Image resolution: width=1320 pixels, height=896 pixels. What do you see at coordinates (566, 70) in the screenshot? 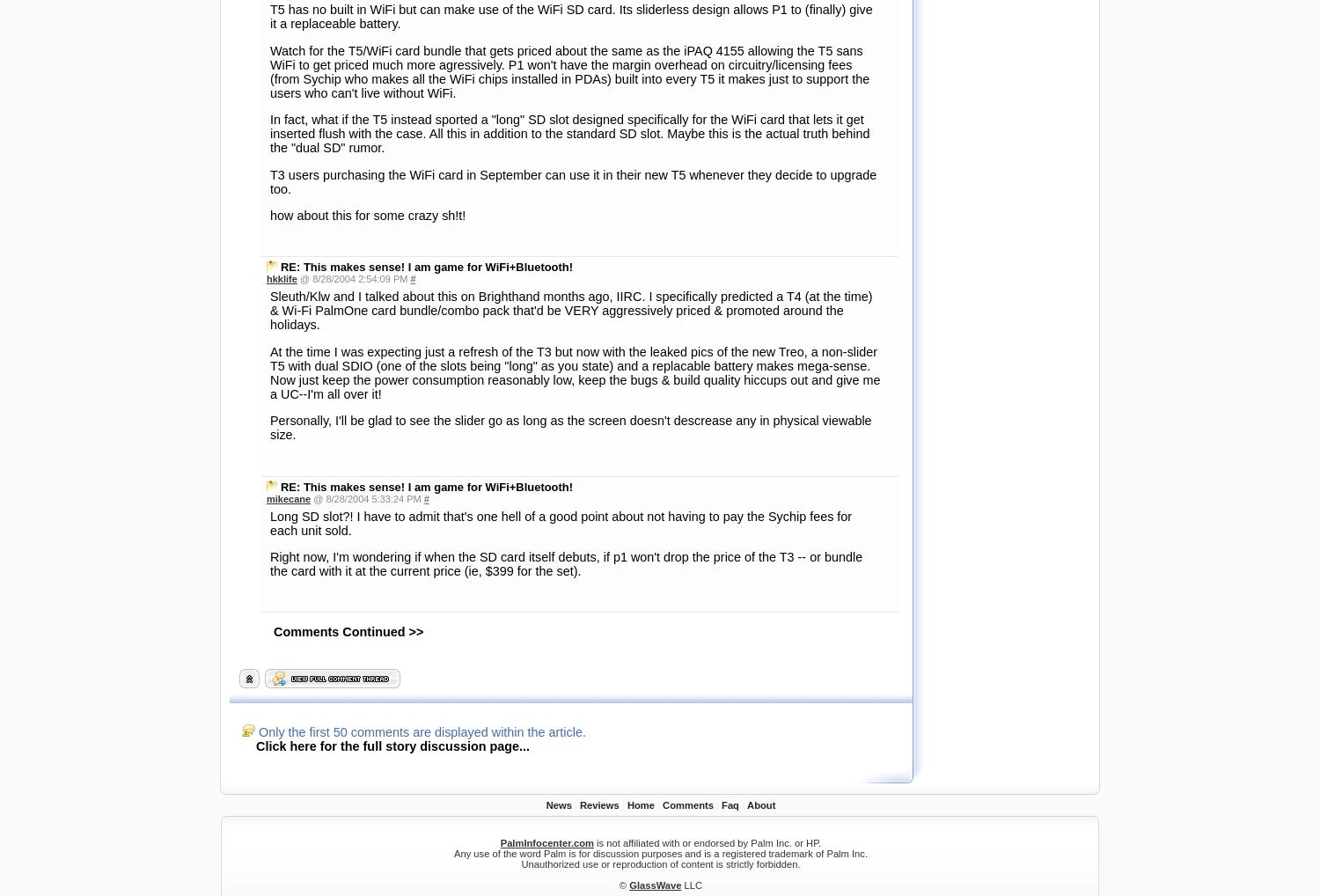
I see `'Right now, I'm wondering if when the SD card itself debuts, if p1 won't drop the price of the T3 -- or bundle the card with it at the current price (ie, $399 for the set).'` at bounding box center [566, 70].